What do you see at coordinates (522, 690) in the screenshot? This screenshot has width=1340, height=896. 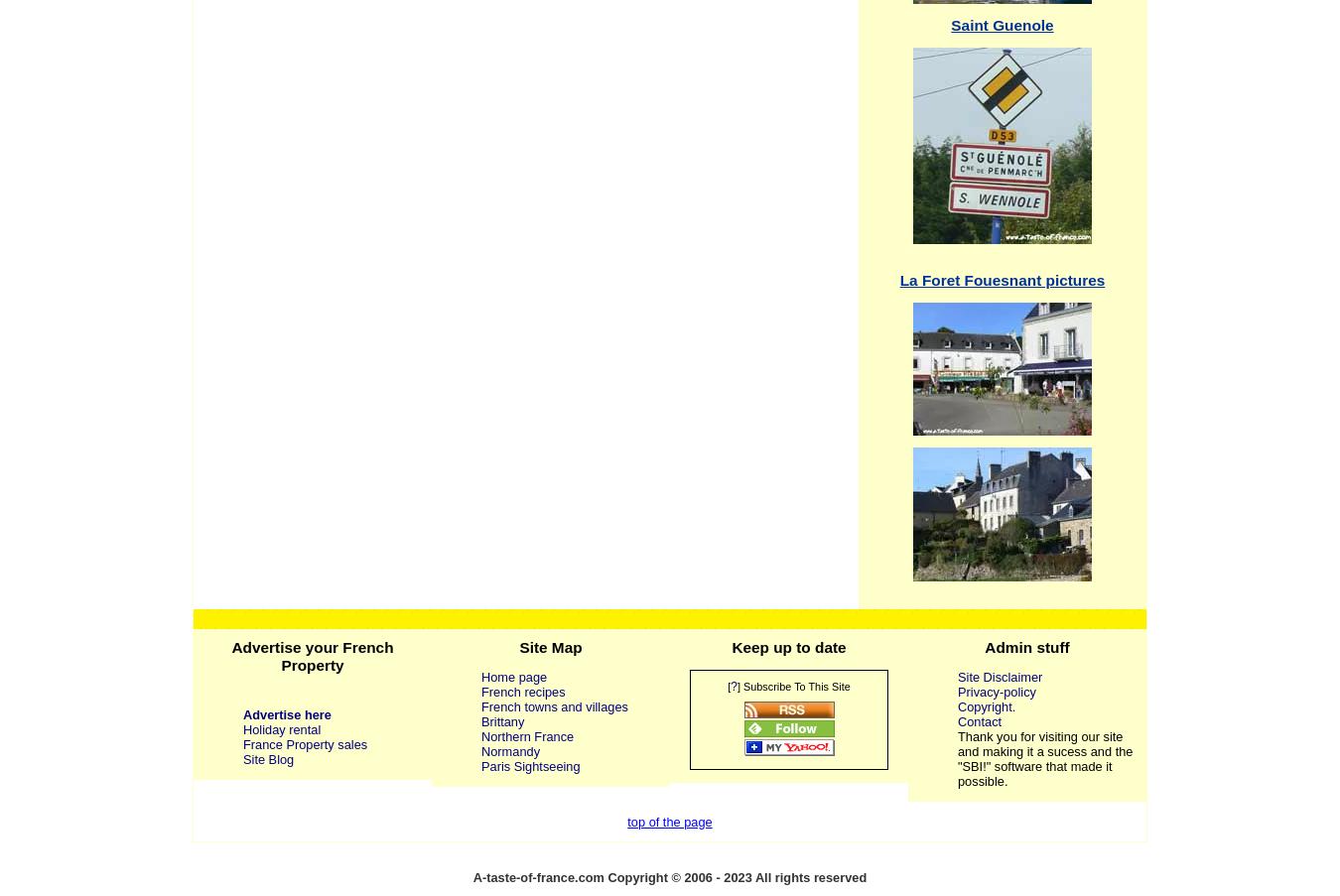 I see `'French recipes'` at bounding box center [522, 690].